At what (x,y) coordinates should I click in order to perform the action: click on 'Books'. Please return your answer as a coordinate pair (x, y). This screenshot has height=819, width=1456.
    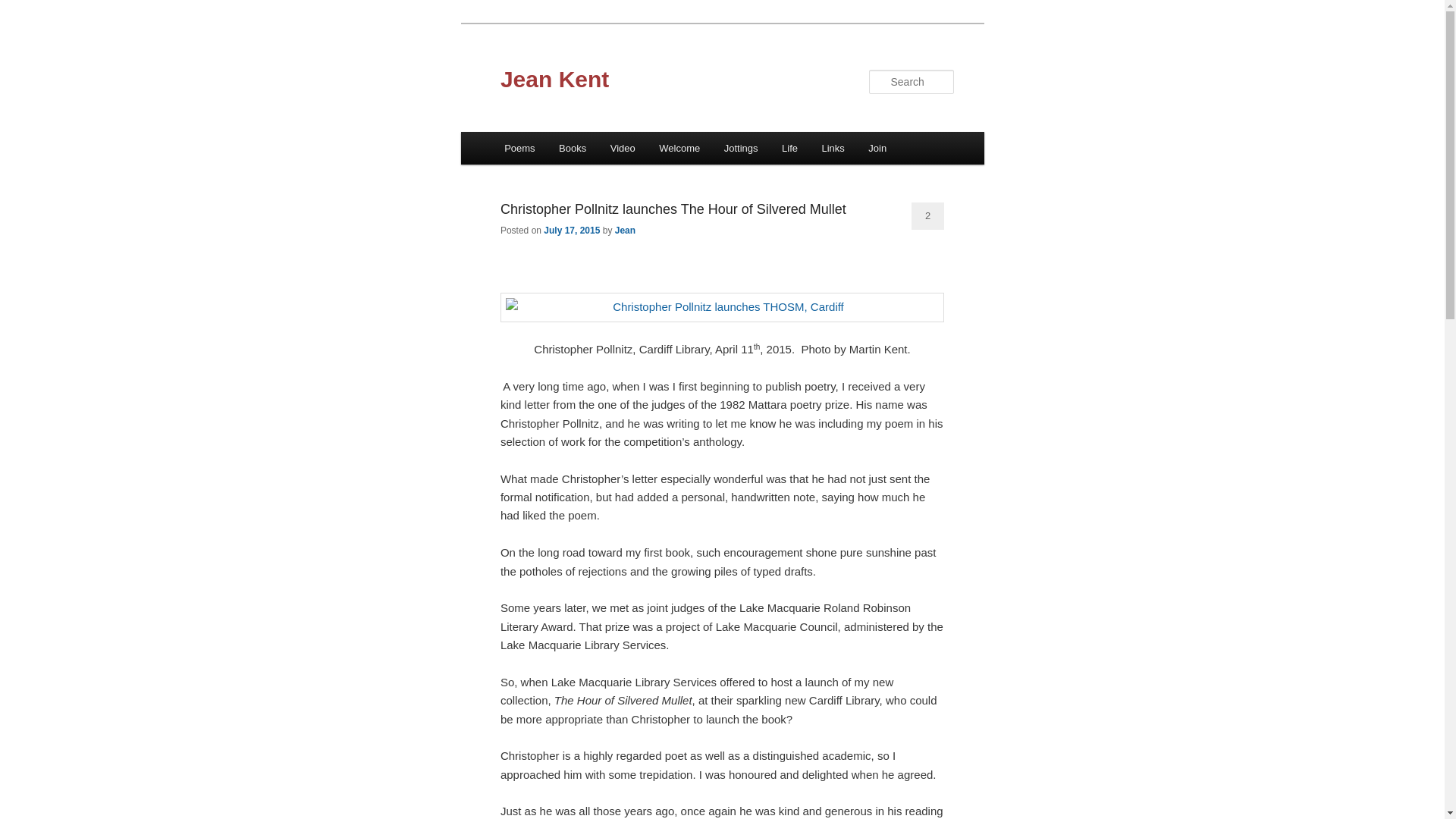
    Looking at the image, I should click on (571, 148).